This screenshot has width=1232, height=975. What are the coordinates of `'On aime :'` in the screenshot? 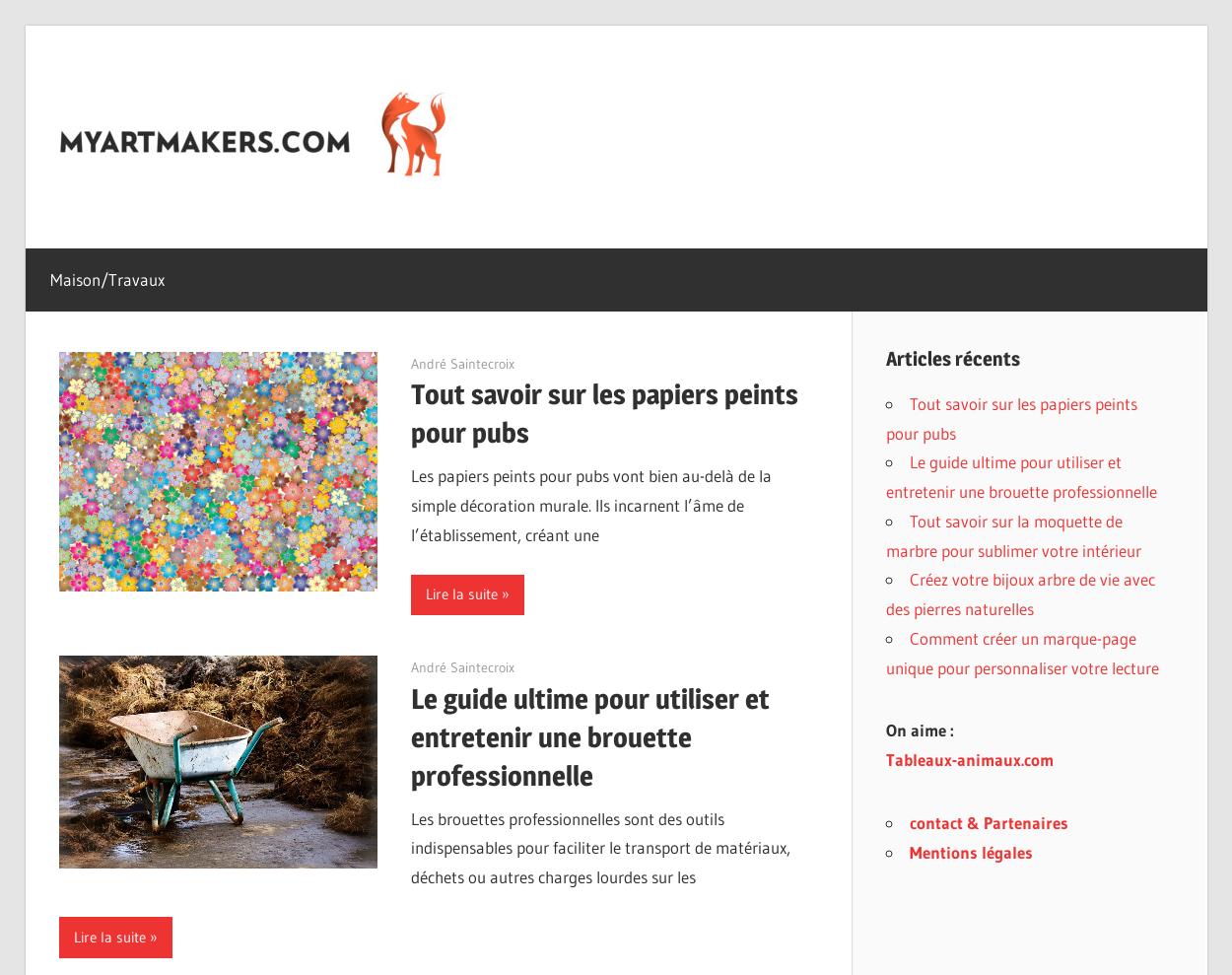 It's located at (919, 730).